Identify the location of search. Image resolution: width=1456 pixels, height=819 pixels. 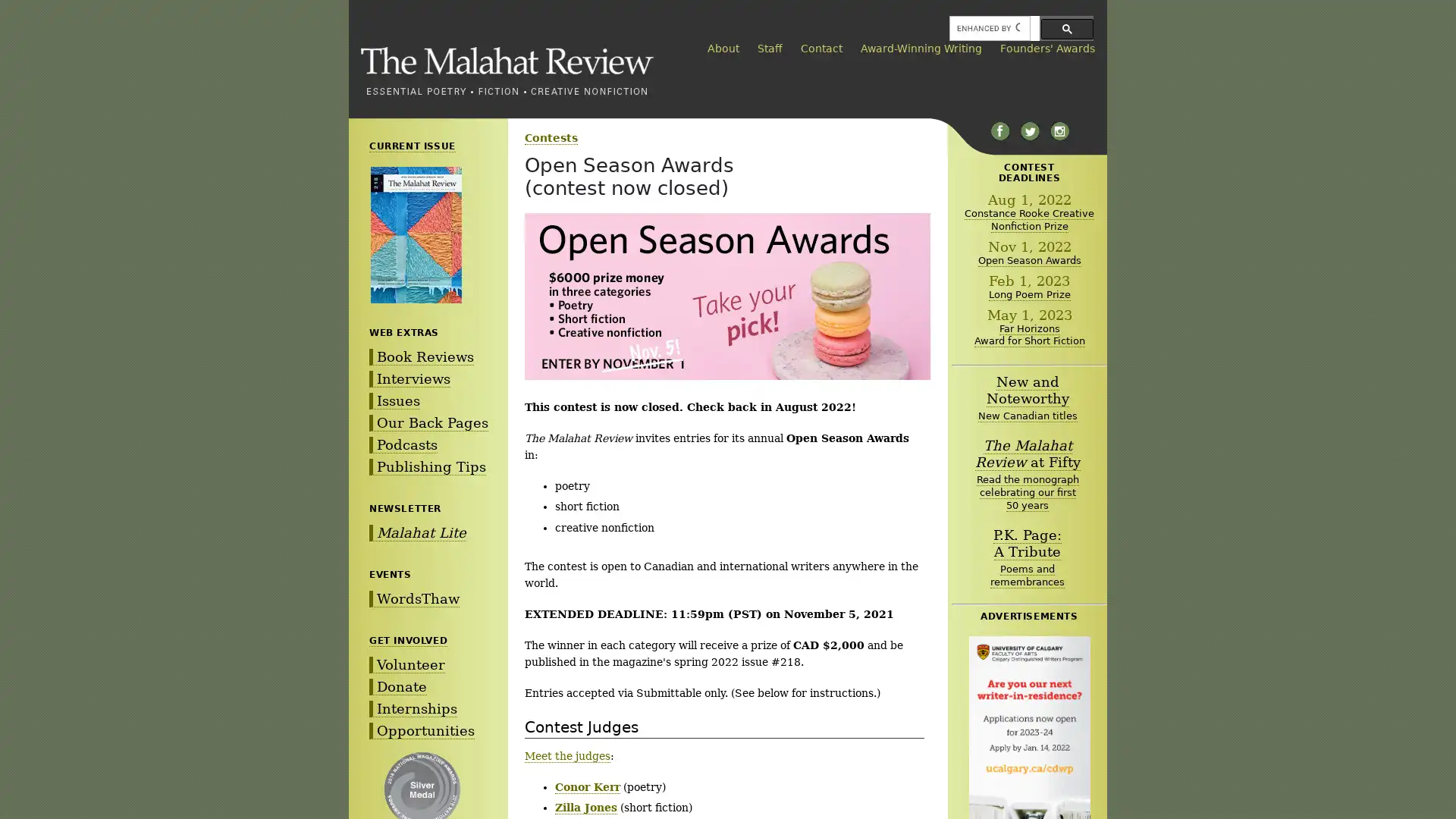
(1066, 28).